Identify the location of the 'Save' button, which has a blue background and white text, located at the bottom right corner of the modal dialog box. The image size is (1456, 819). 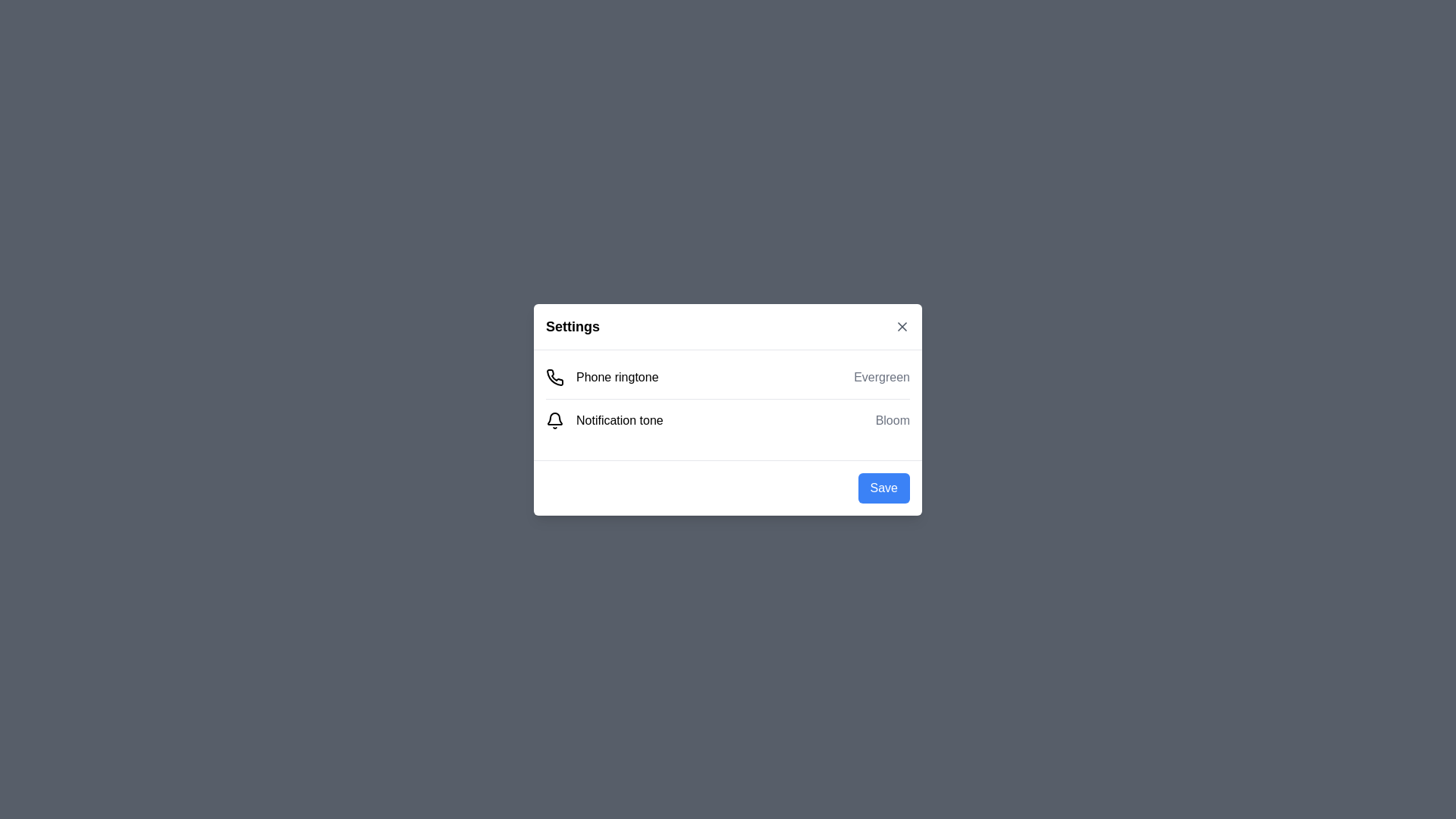
(883, 488).